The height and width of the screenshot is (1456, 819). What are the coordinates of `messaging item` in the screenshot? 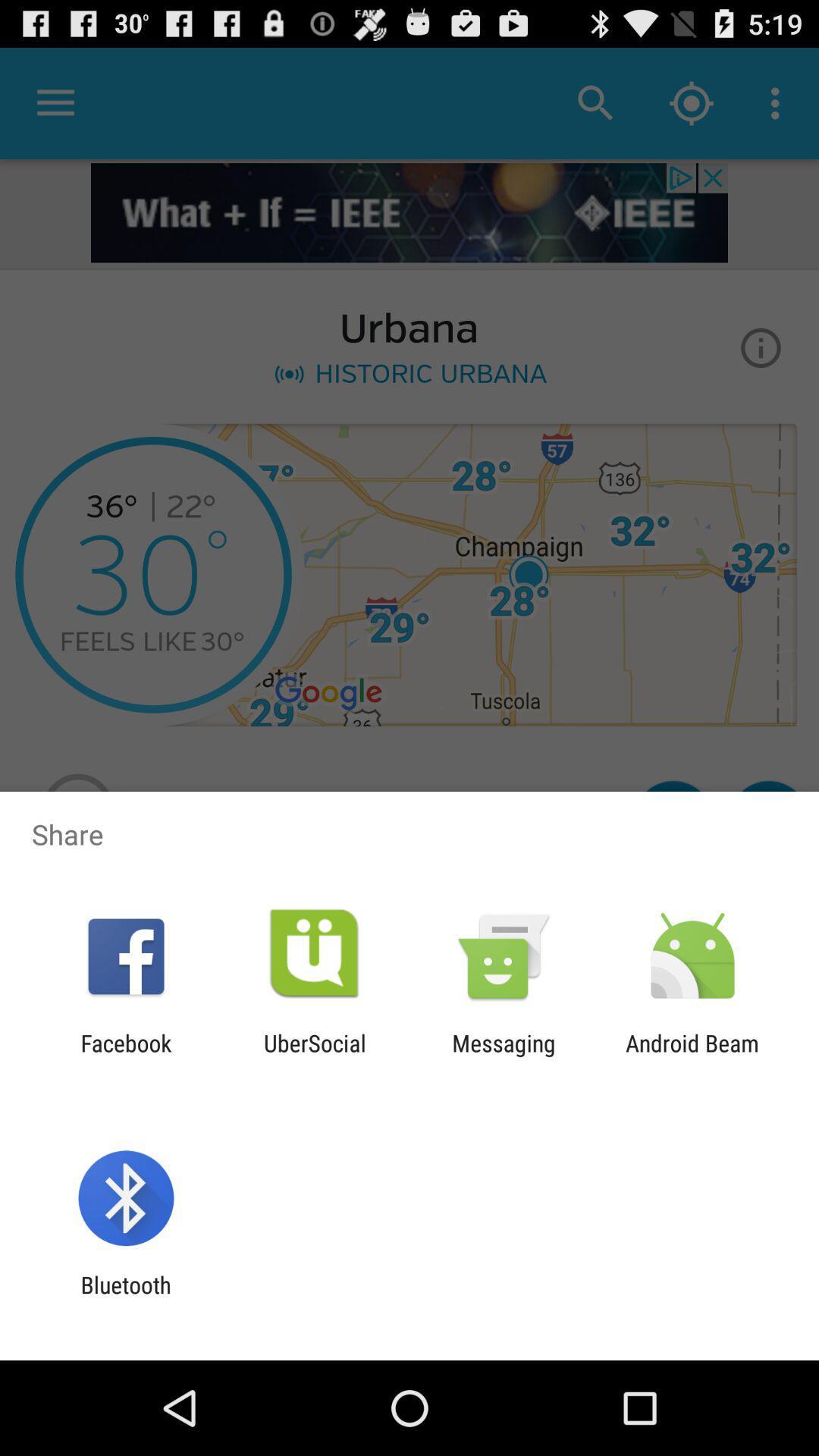 It's located at (504, 1056).